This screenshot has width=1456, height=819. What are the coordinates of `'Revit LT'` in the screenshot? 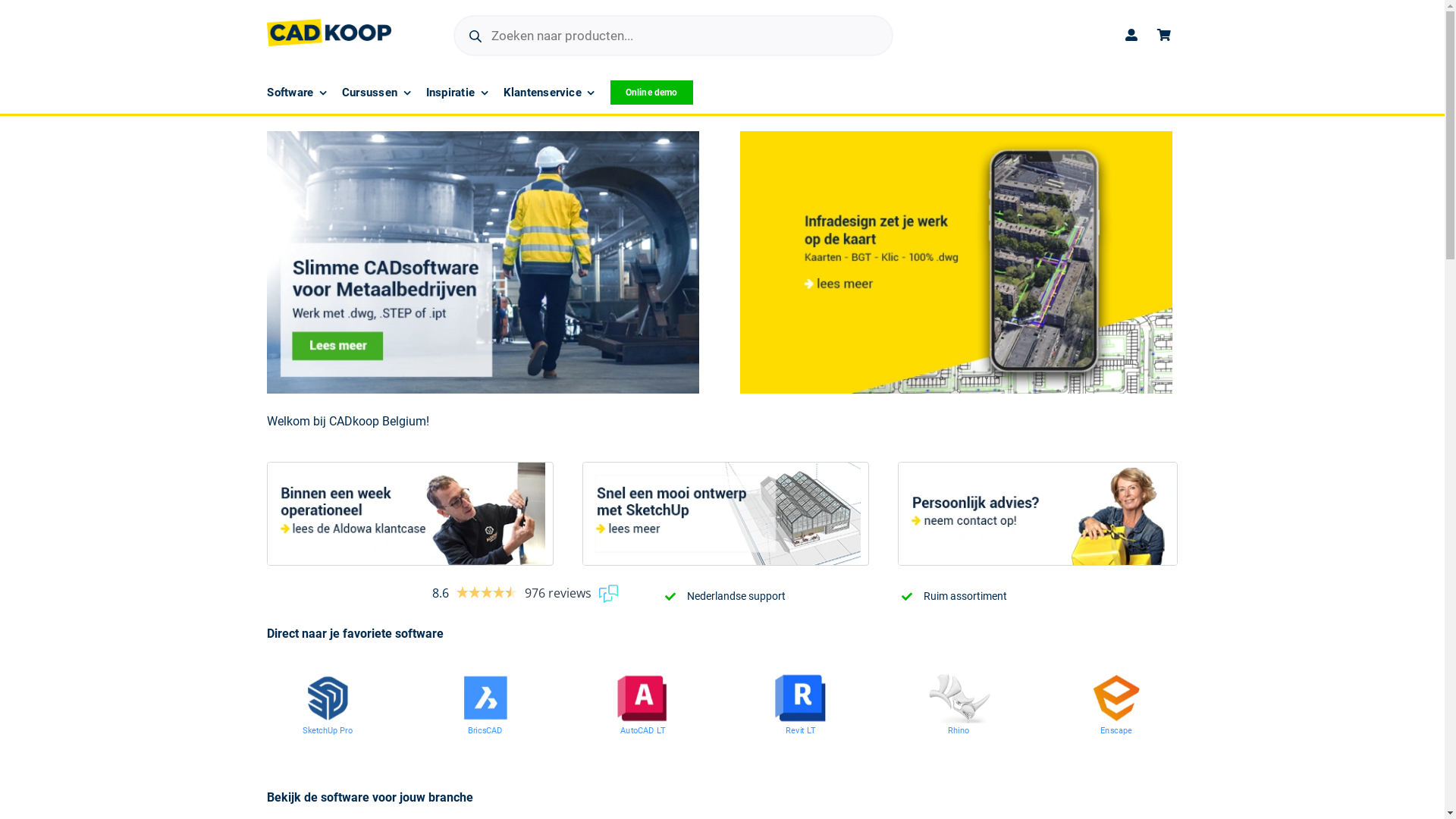 It's located at (807, 731).